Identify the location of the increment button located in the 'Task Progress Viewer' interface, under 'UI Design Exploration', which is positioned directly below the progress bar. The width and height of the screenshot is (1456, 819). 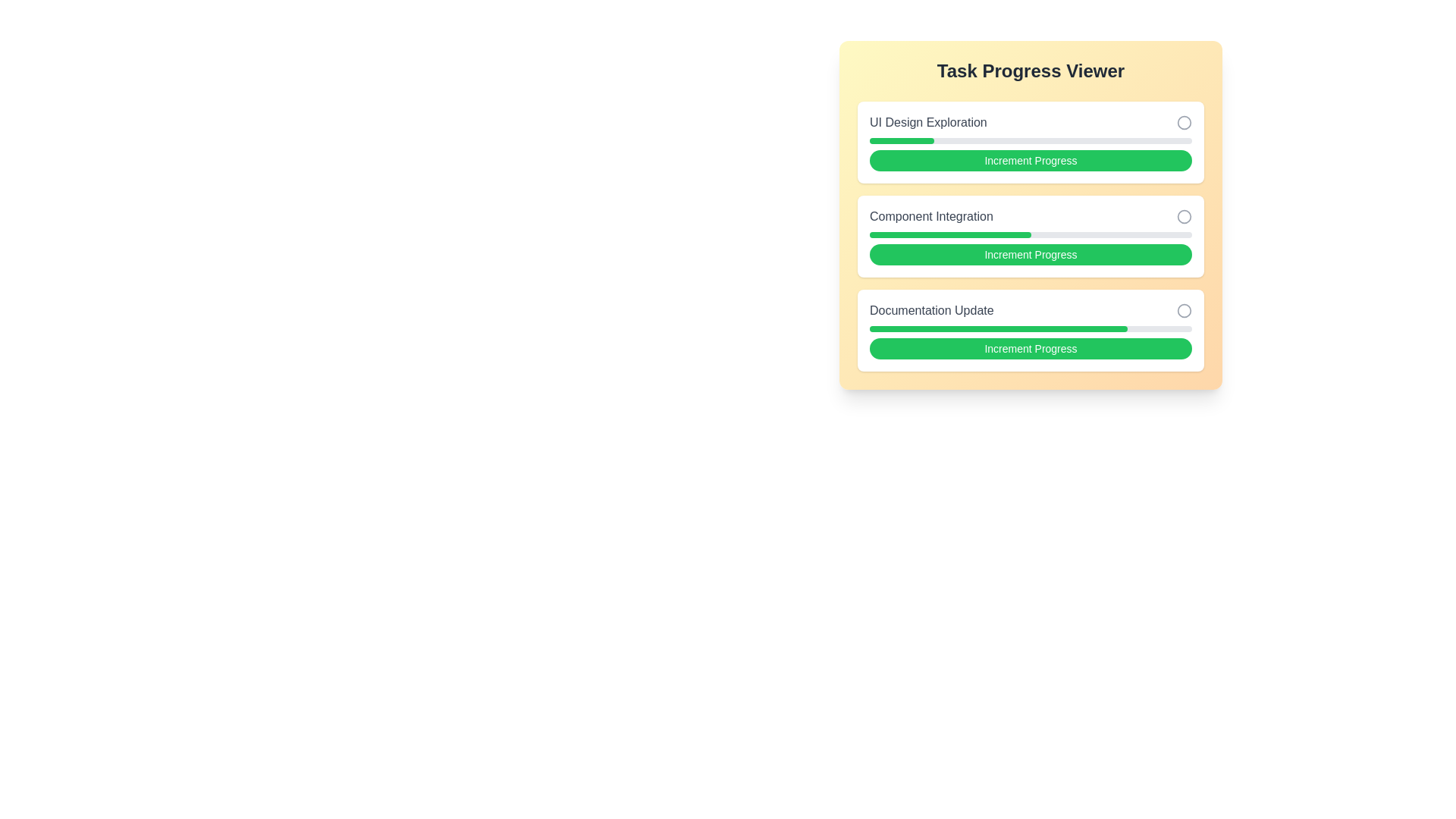
(1031, 161).